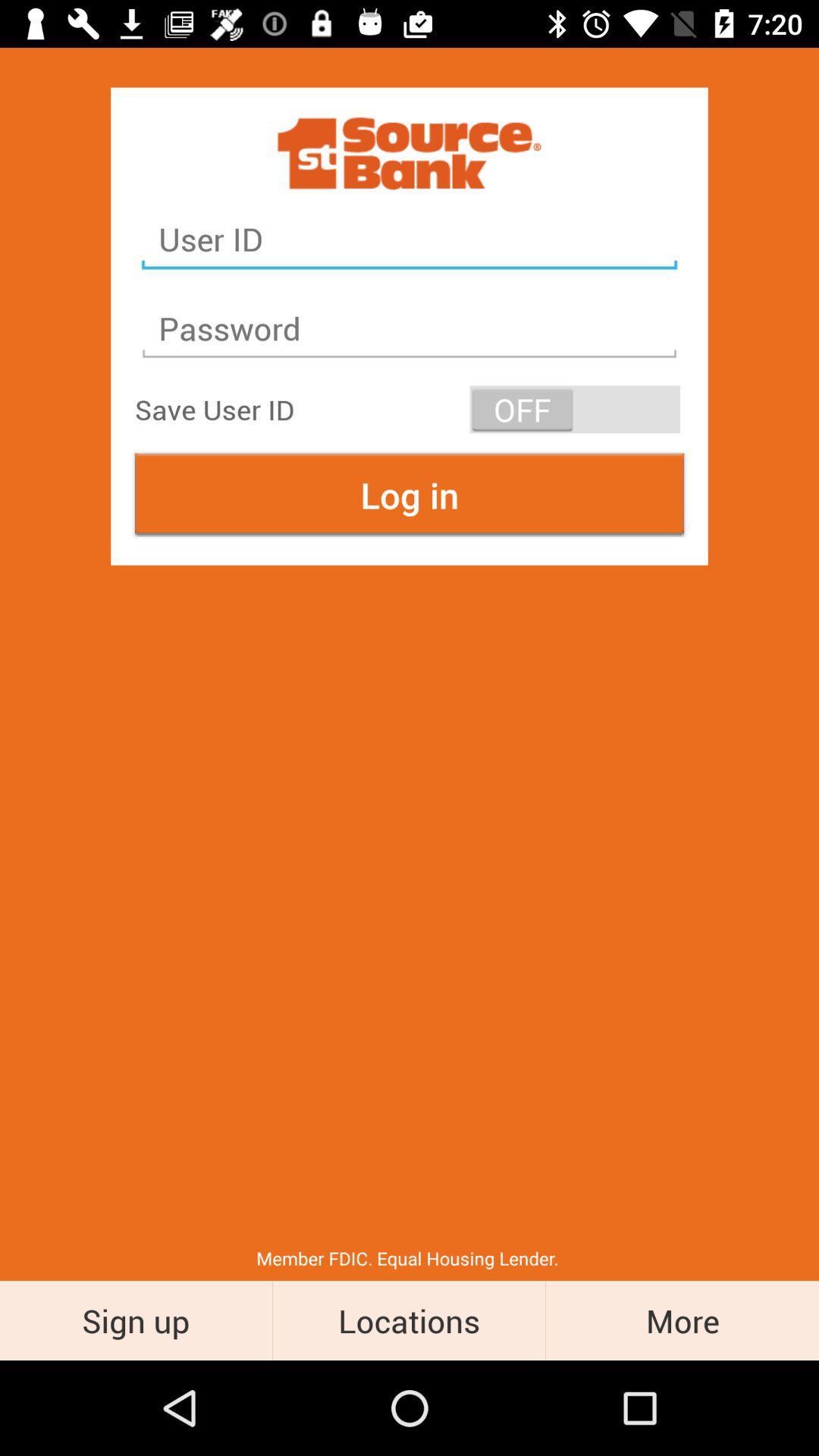  What do you see at coordinates (681, 1319) in the screenshot?
I see `the icon next to locations icon` at bounding box center [681, 1319].